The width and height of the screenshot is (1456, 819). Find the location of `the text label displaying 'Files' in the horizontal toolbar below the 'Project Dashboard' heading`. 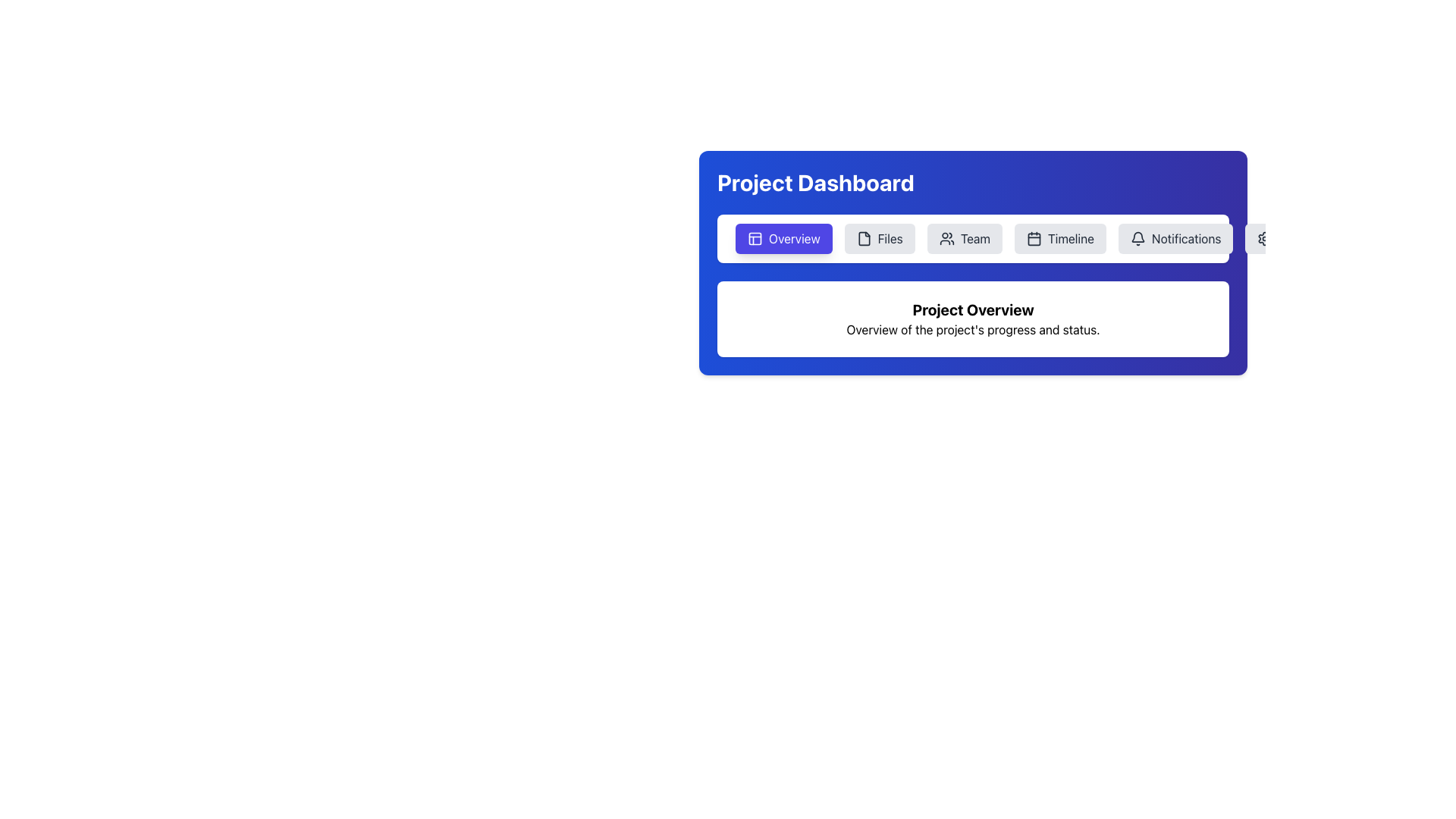

the text label displaying 'Files' in the horizontal toolbar below the 'Project Dashboard' heading is located at coordinates (890, 239).